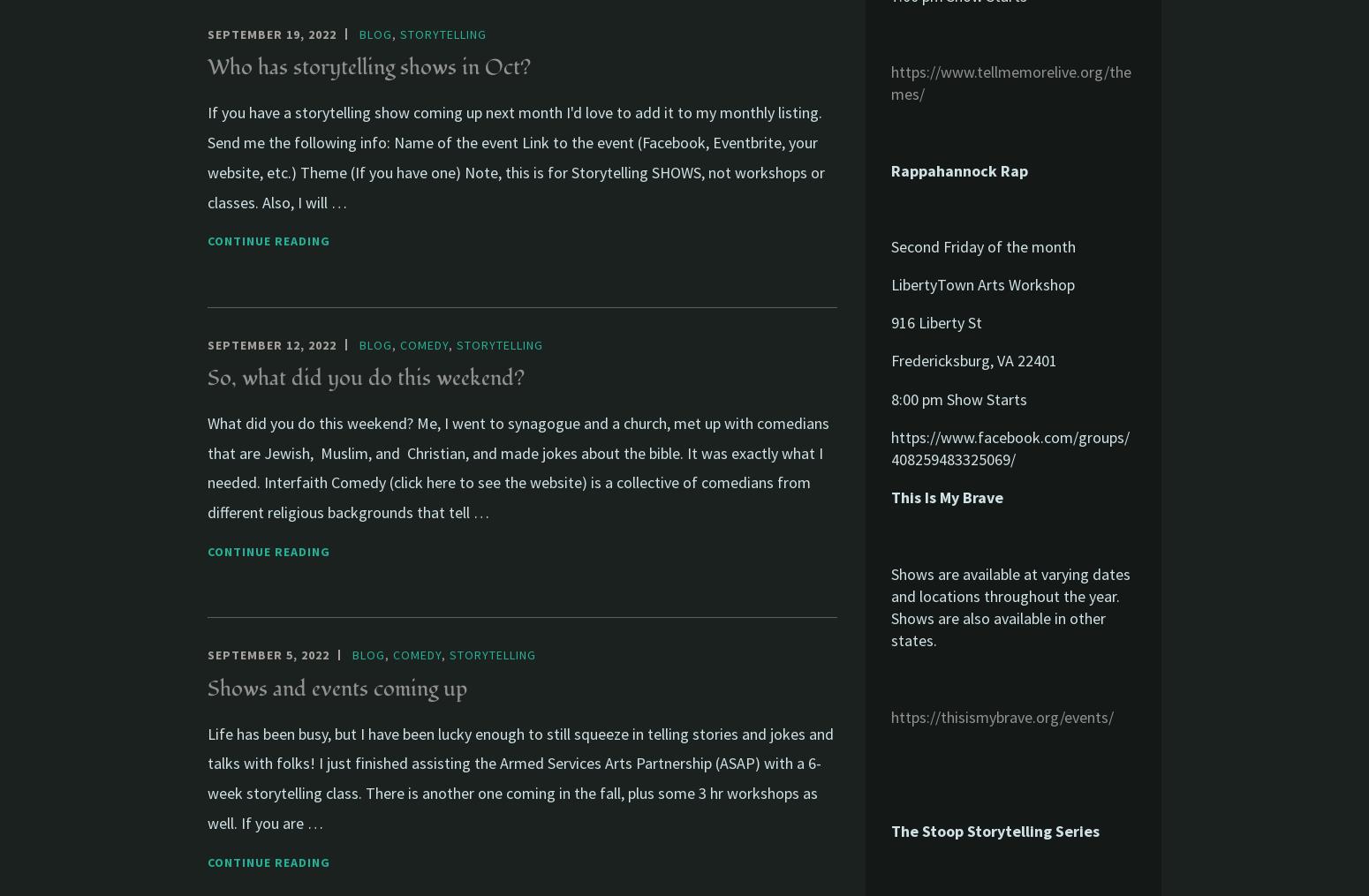 This screenshot has width=1369, height=896. What do you see at coordinates (207, 67) in the screenshot?
I see `'Who has storytelling shows in Oct?'` at bounding box center [207, 67].